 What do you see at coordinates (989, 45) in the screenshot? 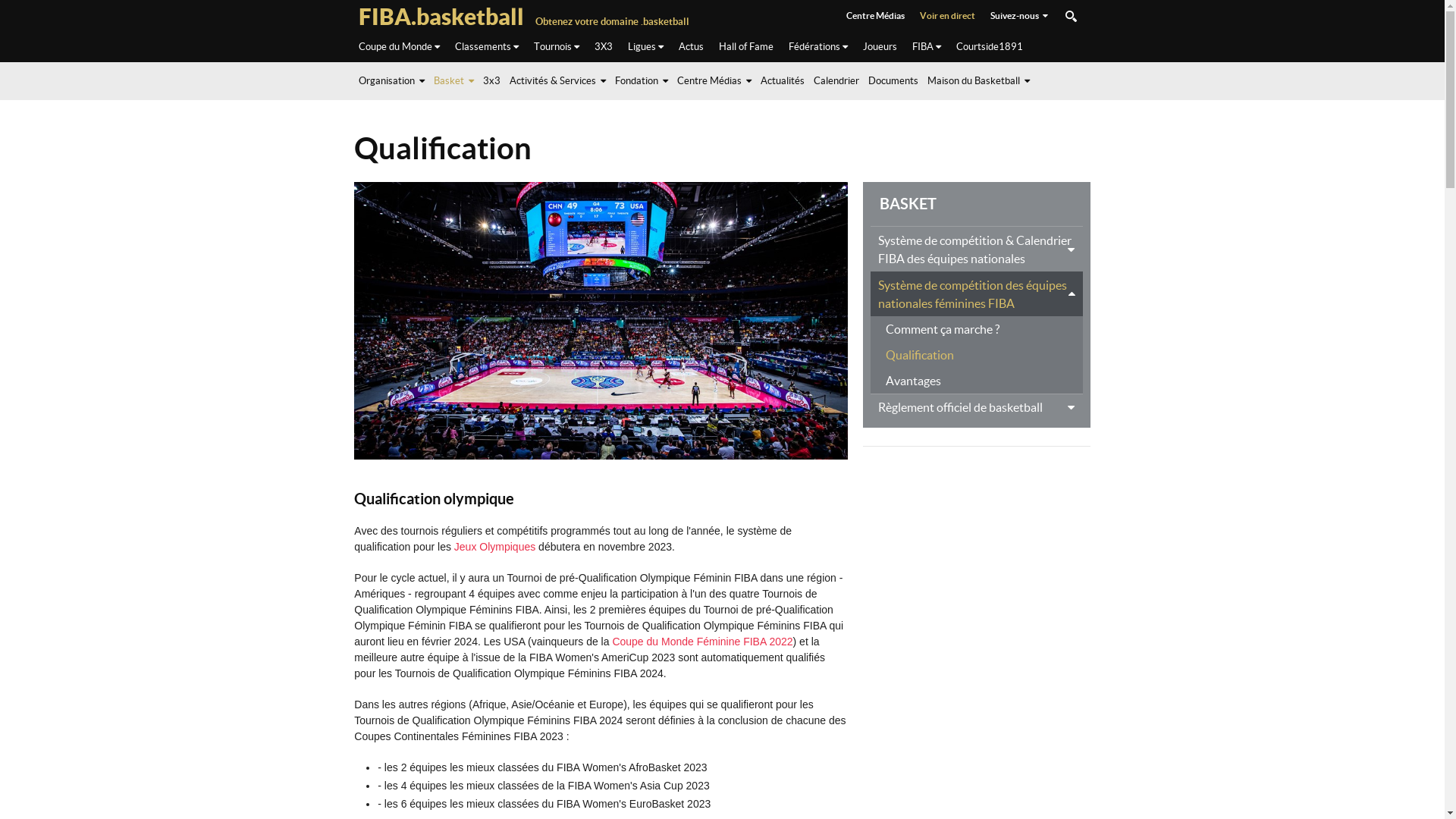
I see `'Courtside1891'` at bounding box center [989, 45].